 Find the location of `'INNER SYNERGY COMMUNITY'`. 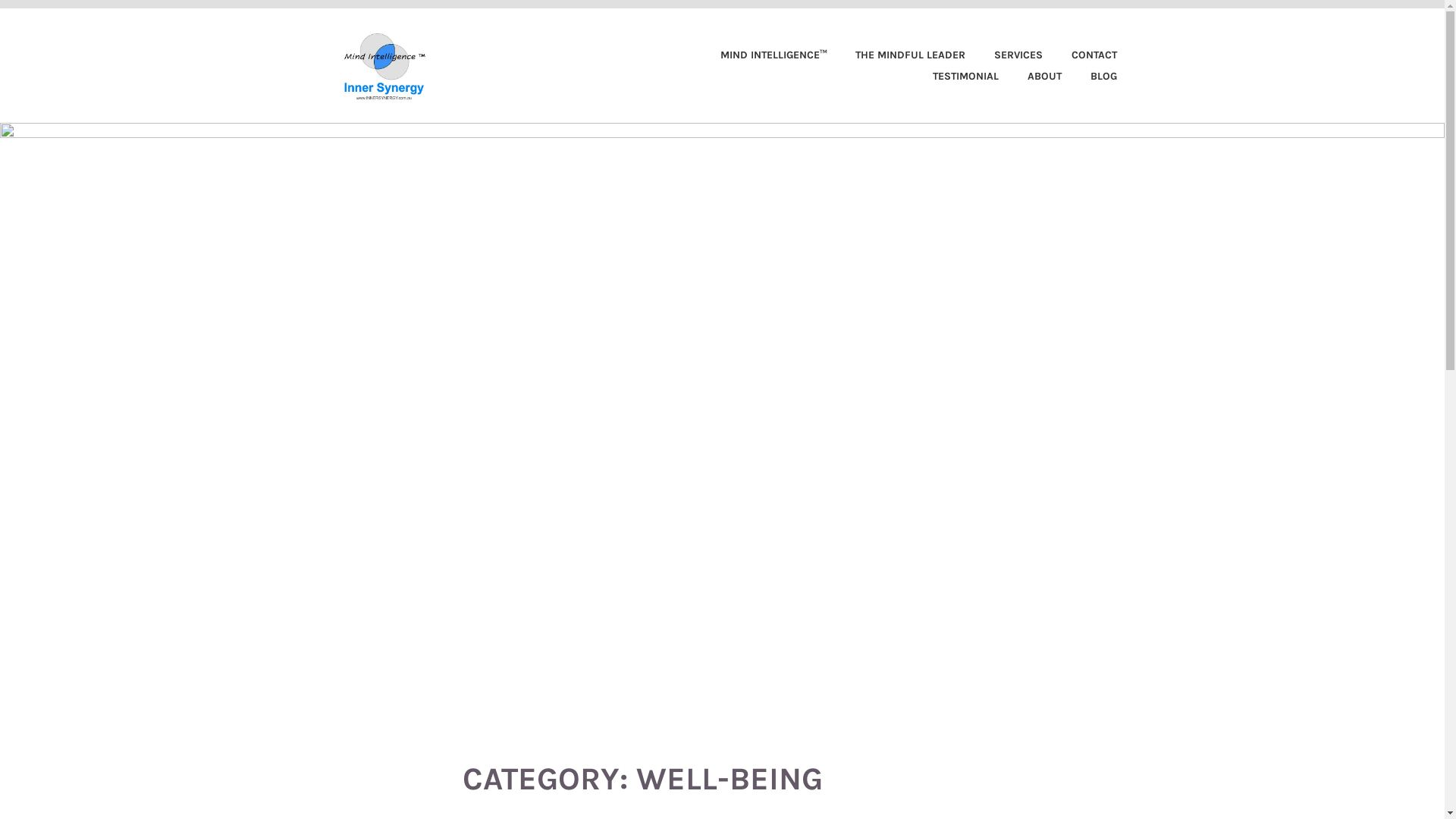

'INNER SYNERGY COMMUNITY' is located at coordinates (447, 42).